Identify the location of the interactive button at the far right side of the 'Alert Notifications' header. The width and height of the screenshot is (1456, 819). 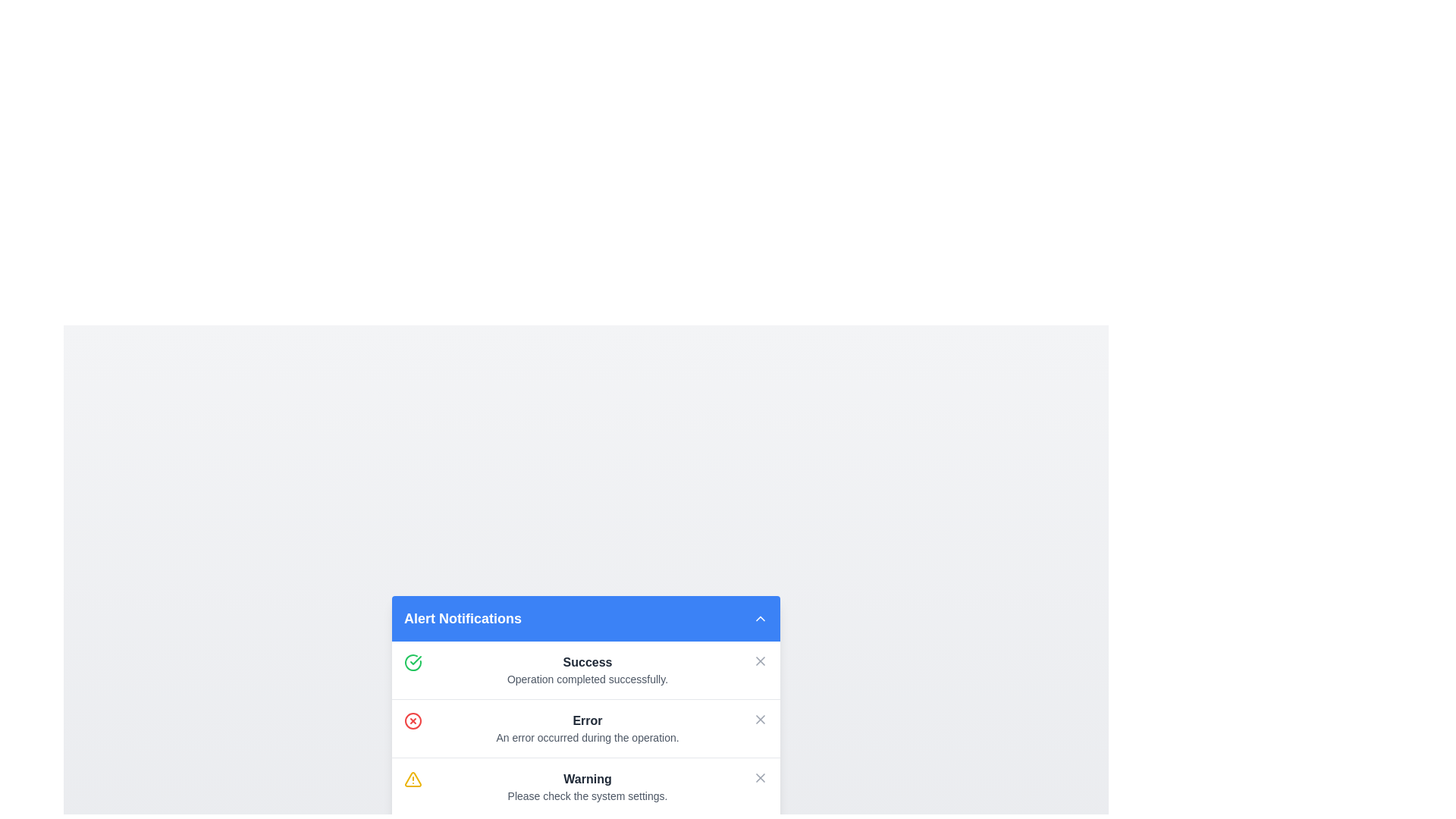
(761, 617).